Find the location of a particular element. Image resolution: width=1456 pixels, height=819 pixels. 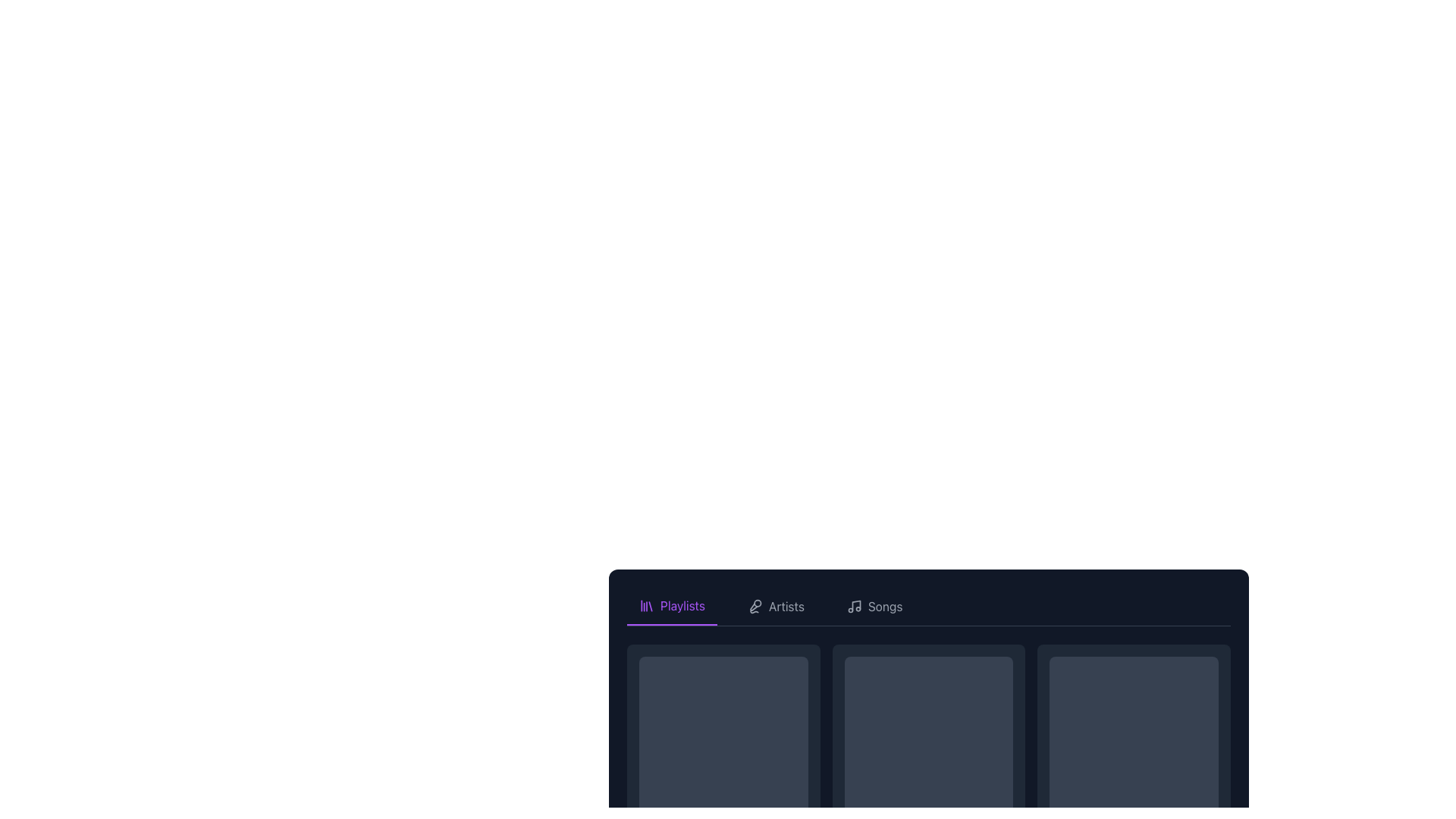

the 'Playlists' tab in the Interactive Navigation Tab, which is the first item in the menu with a purple underline indicating its active state is located at coordinates (671, 605).